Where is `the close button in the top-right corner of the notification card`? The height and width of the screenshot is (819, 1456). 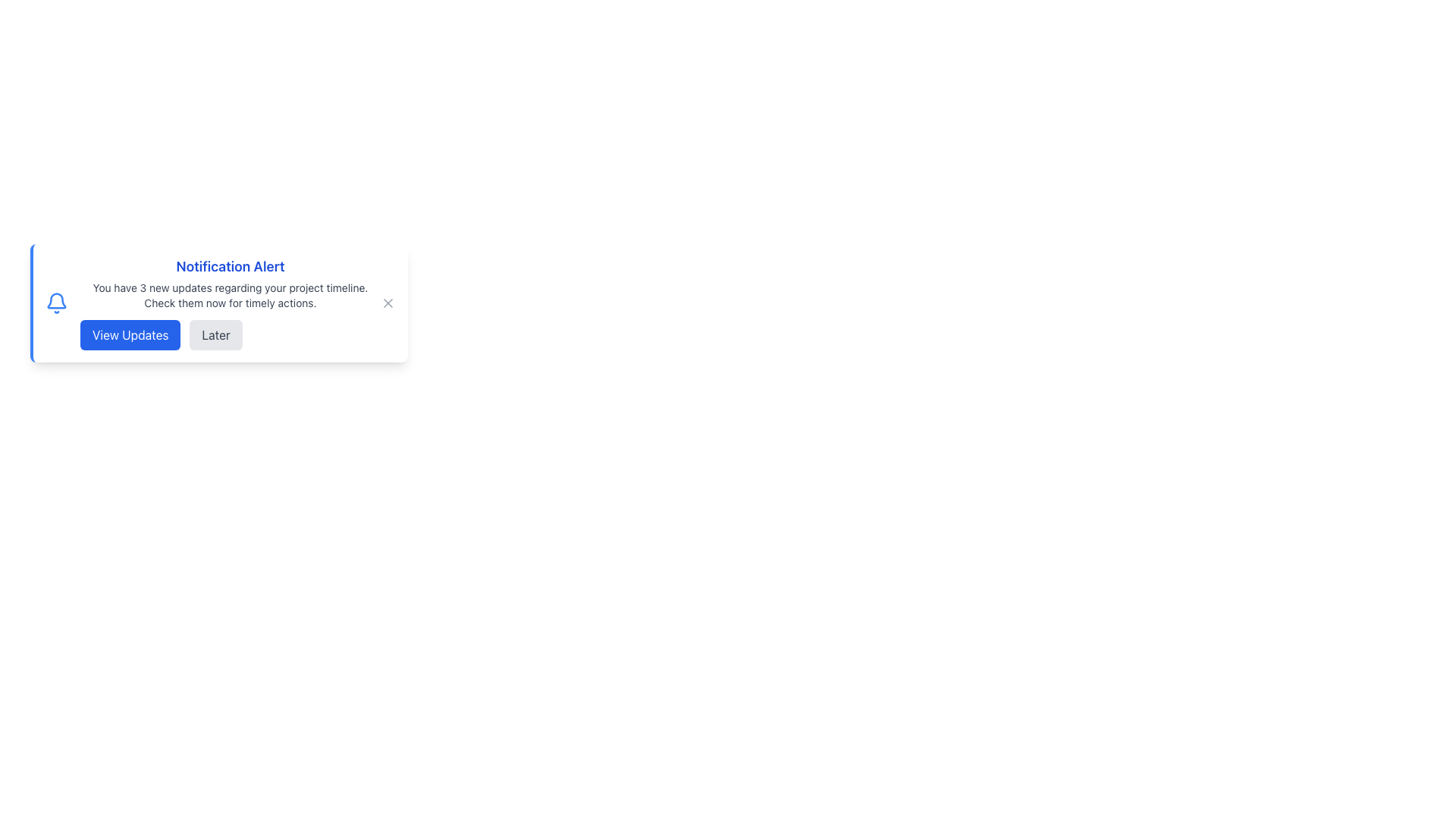
the close button in the top-right corner of the notification card is located at coordinates (388, 303).